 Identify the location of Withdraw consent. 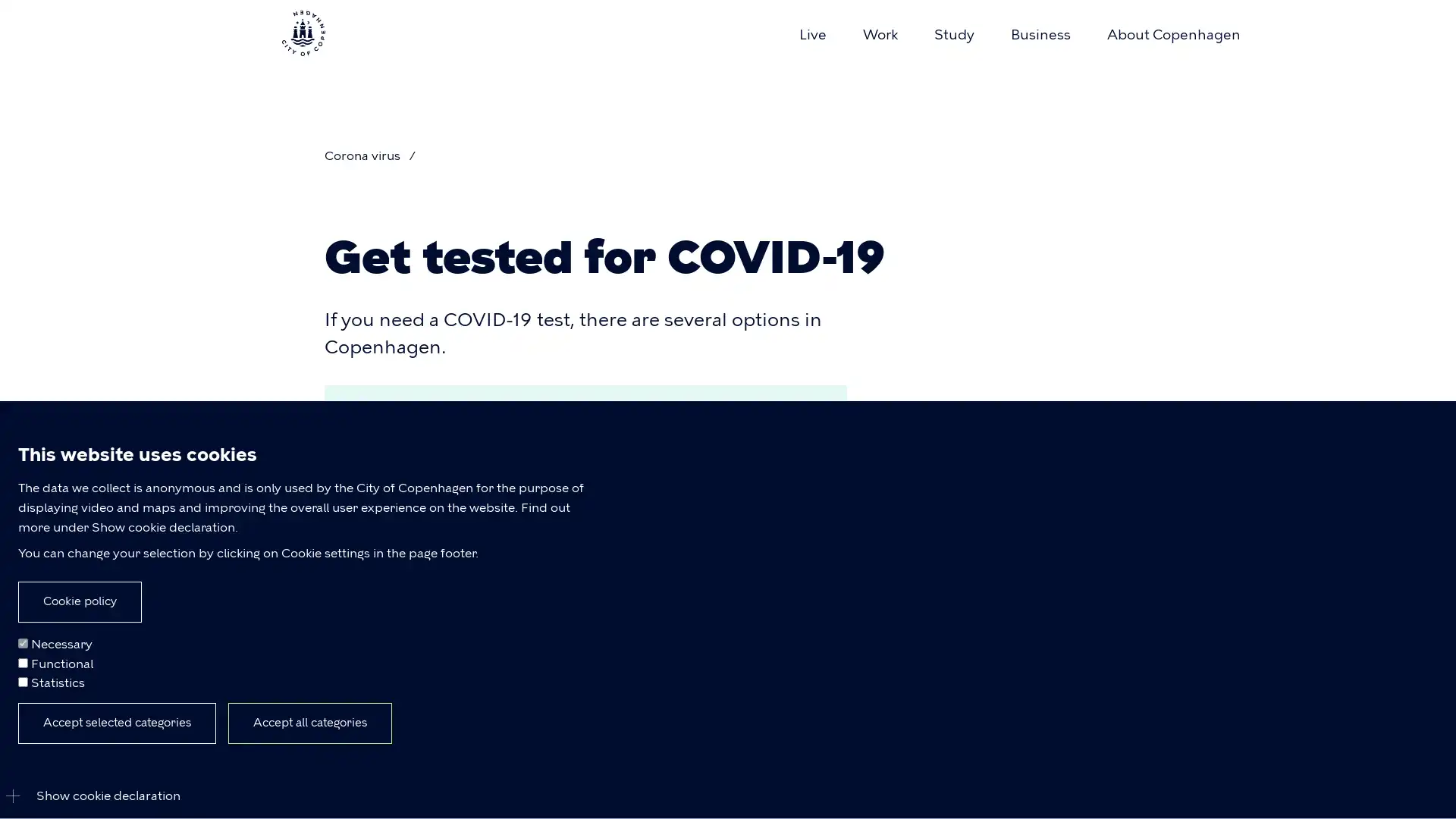
(253, 730).